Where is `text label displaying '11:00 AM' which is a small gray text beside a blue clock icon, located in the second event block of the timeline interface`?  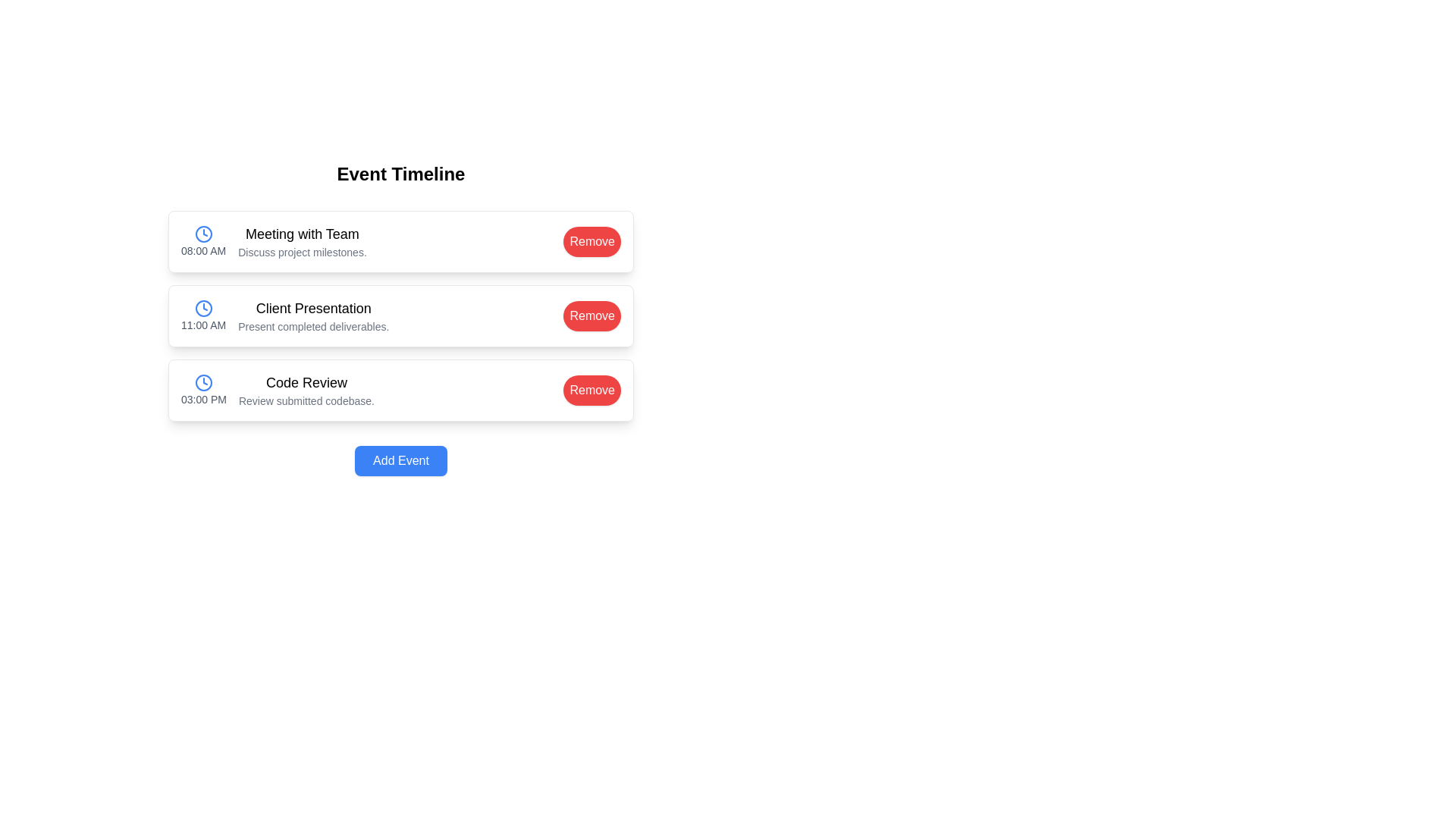 text label displaying '11:00 AM' which is a small gray text beside a blue clock icon, located in the second event block of the timeline interface is located at coordinates (202, 324).